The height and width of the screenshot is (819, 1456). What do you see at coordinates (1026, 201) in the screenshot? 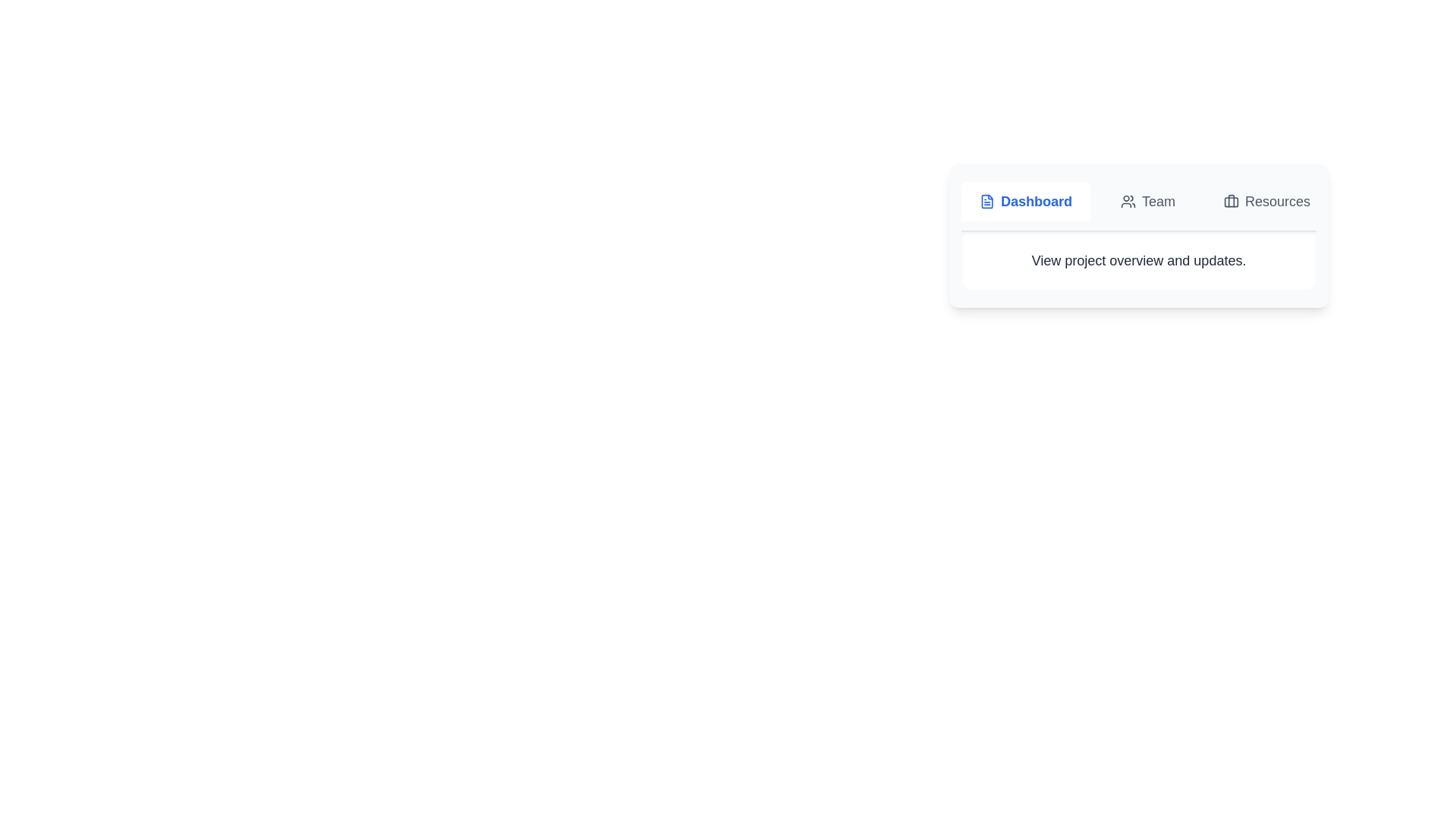
I see `the tab labeled 'Dashboard' to observe the hover effect` at bounding box center [1026, 201].